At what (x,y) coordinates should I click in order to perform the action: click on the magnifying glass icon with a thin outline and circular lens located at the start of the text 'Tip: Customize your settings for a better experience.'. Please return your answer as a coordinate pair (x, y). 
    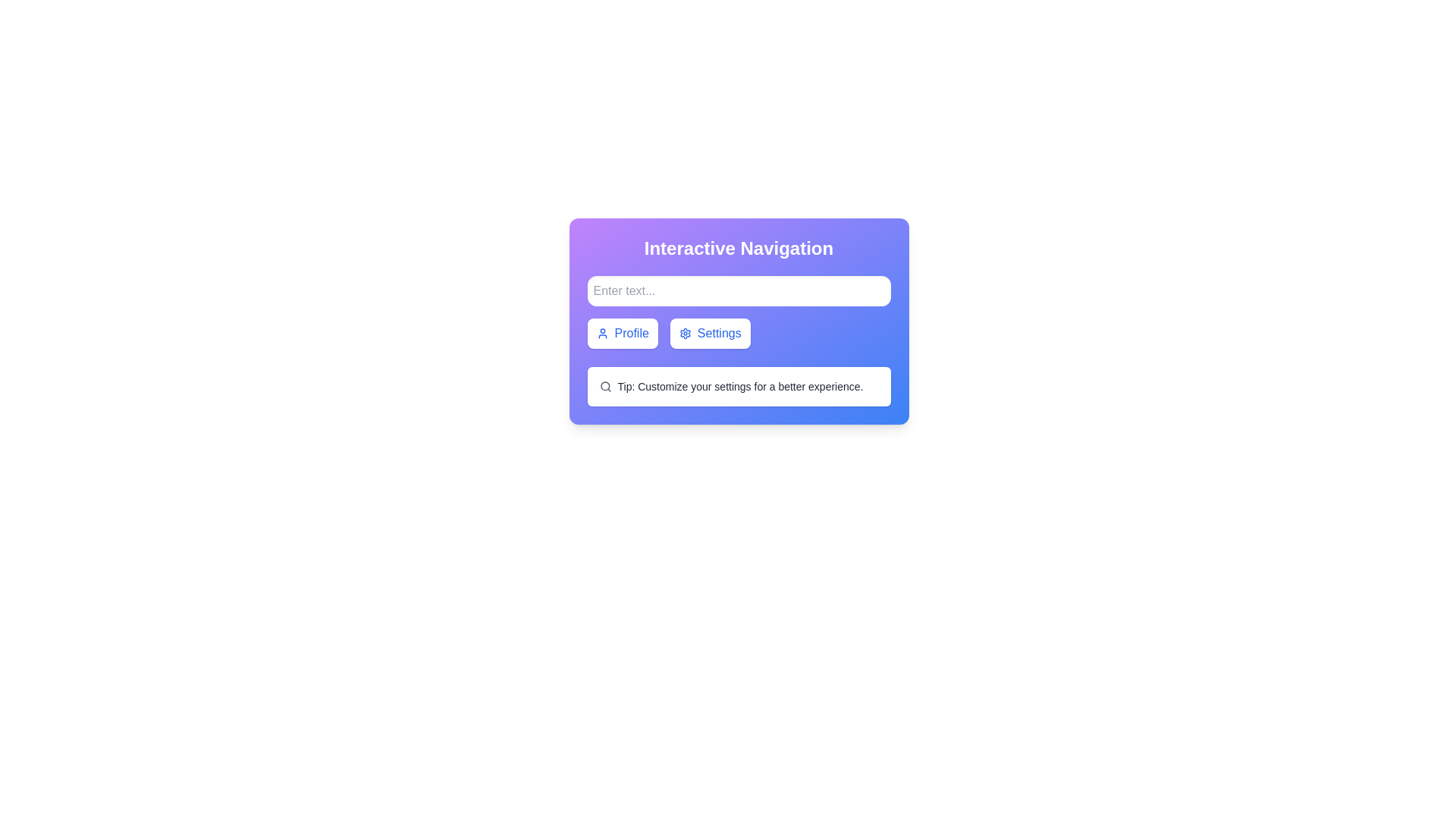
    Looking at the image, I should click on (604, 385).